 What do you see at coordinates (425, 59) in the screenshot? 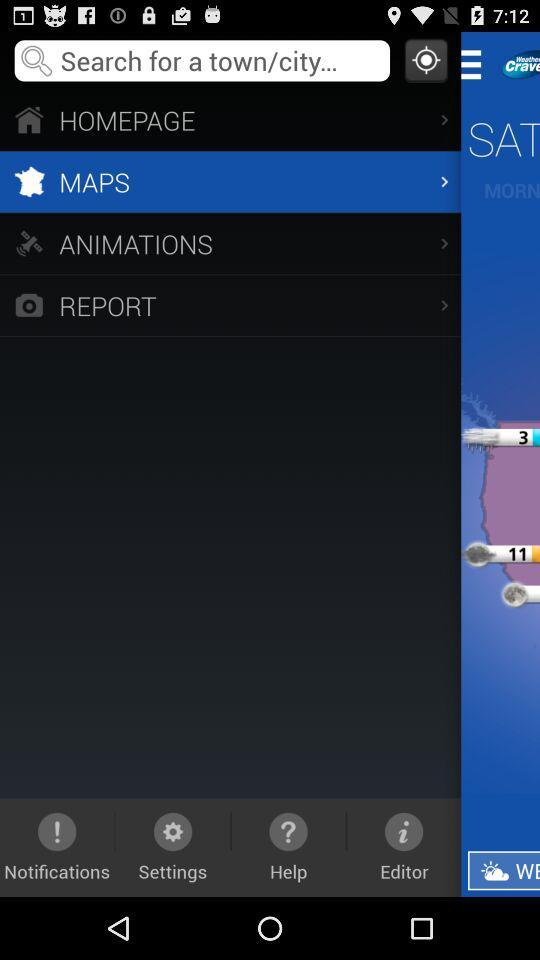
I see `turn on location` at bounding box center [425, 59].